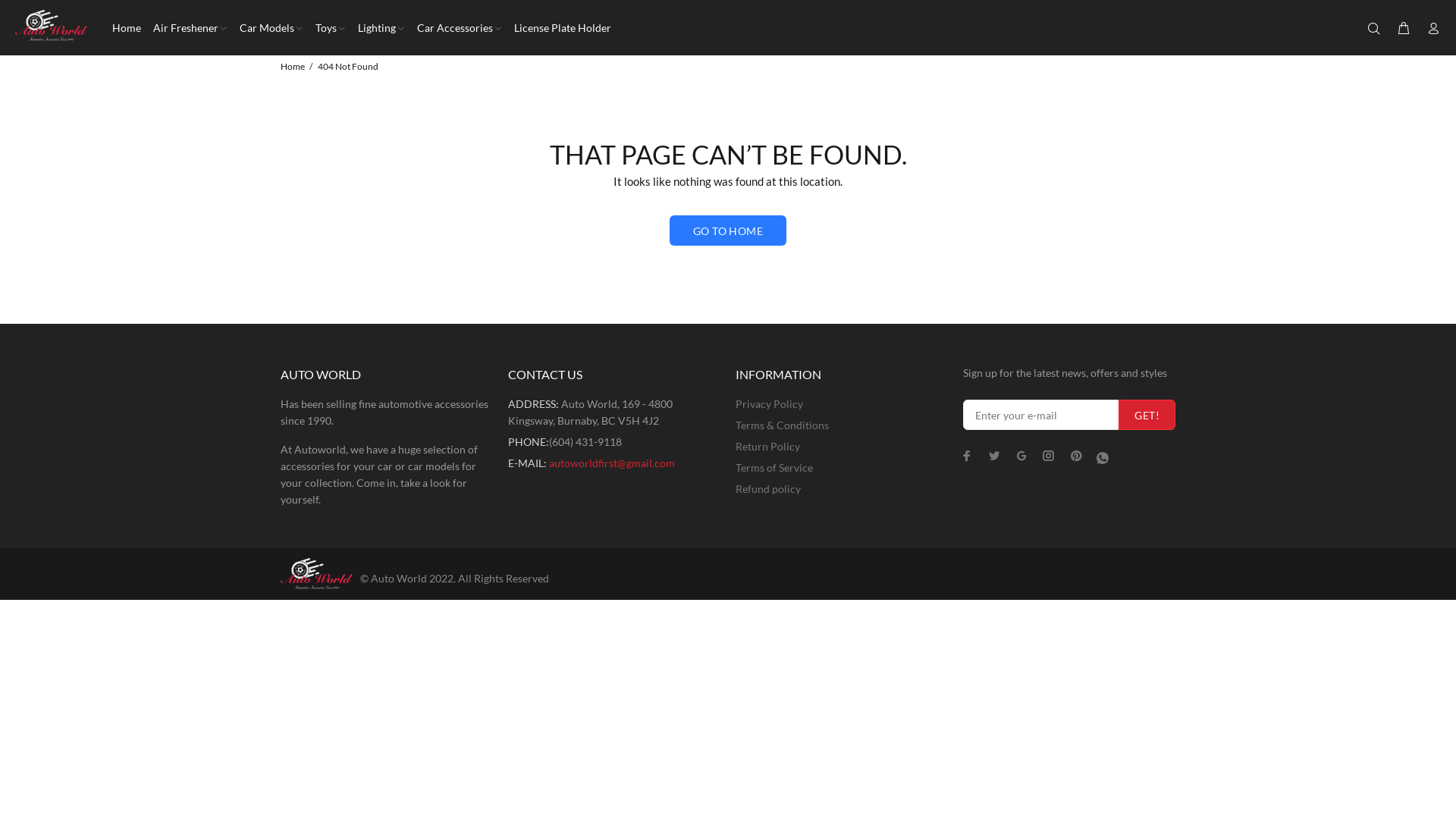 The height and width of the screenshot is (819, 1456). What do you see at coordinates (292, 65) in the screenshot?
I see `'Home'` at bounding box center [292, 65].